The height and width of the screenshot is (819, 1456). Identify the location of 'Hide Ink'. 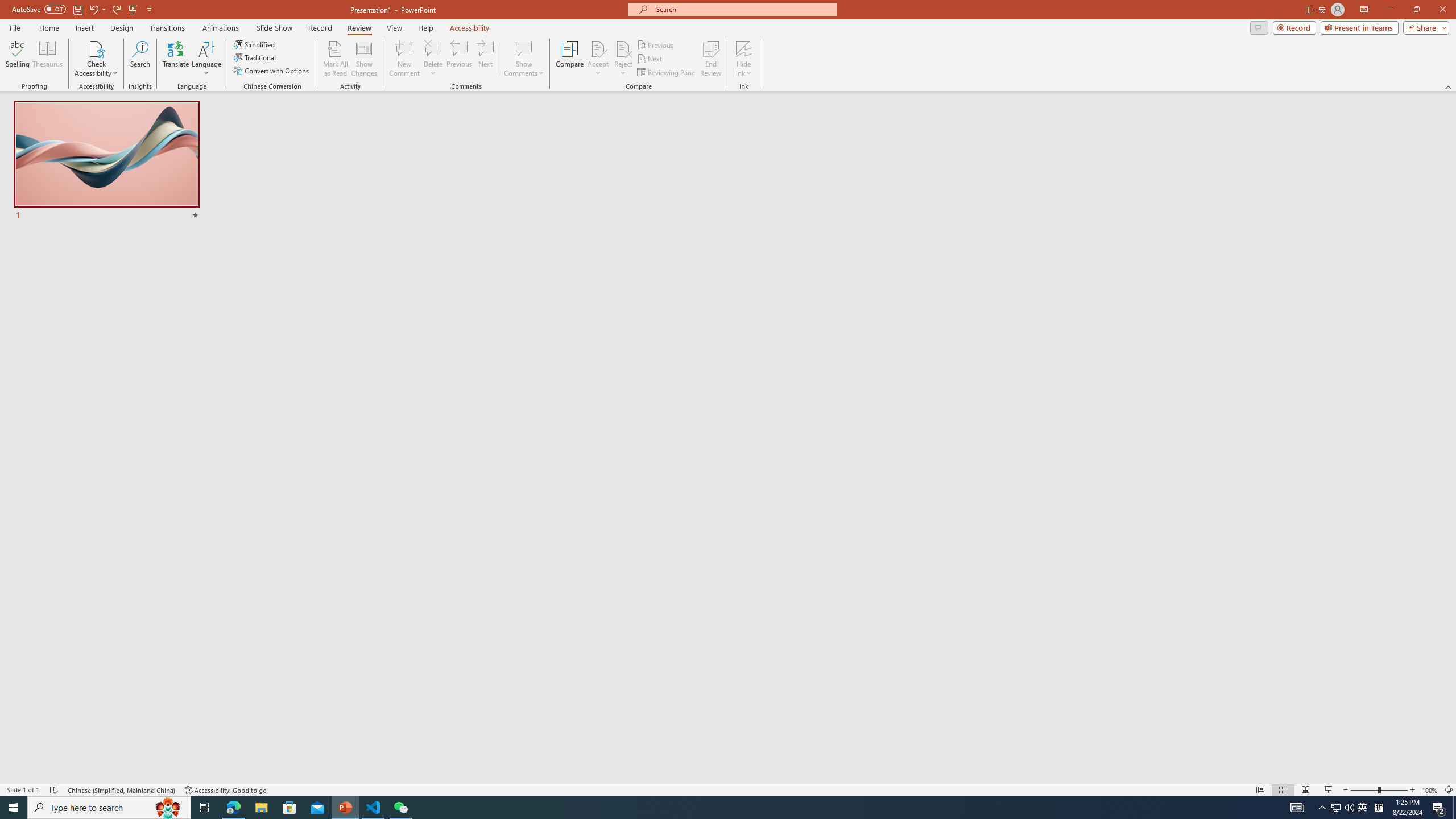
(744, 59).